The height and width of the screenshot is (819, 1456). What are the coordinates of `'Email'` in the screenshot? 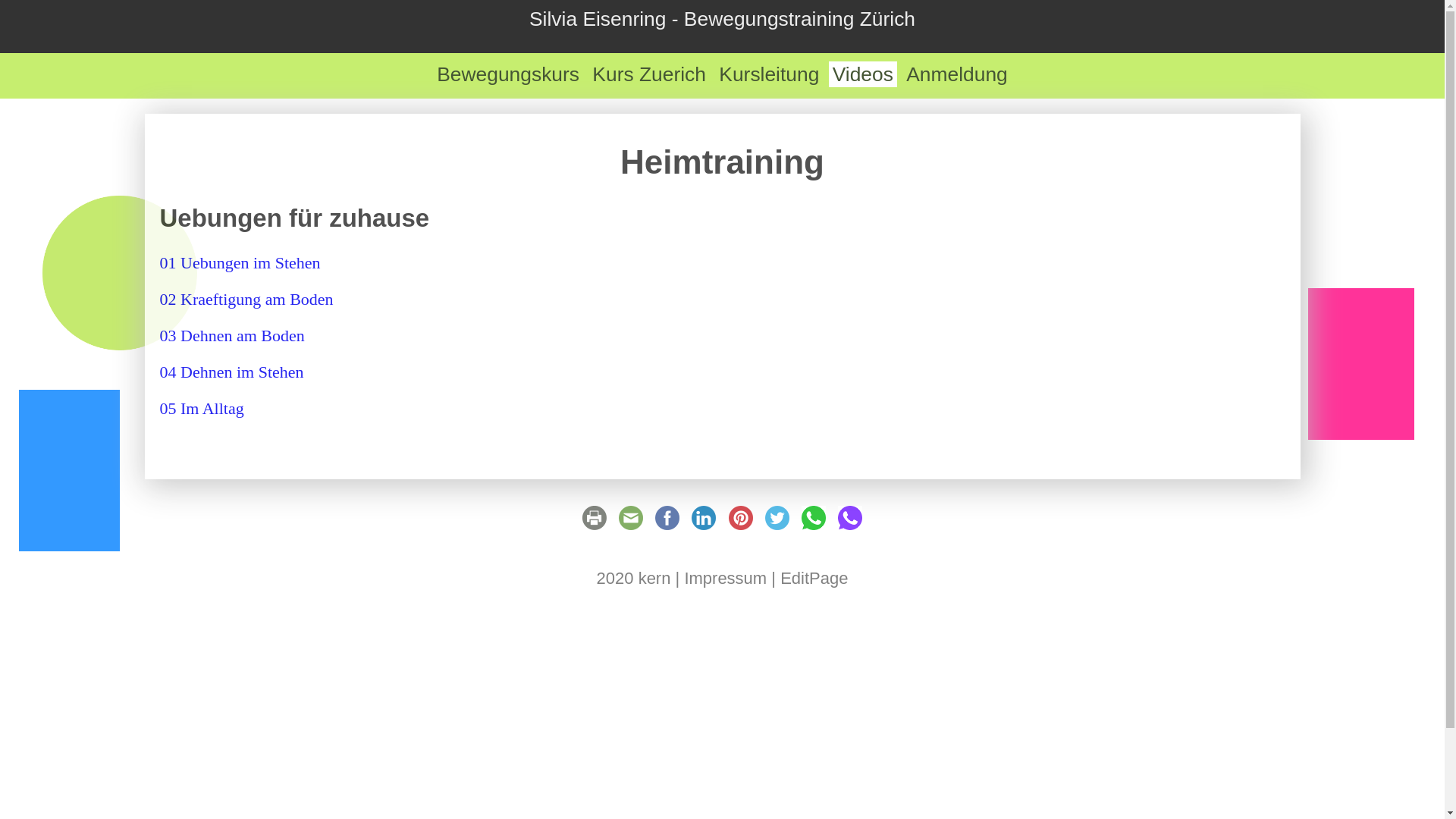 It's located at (630, 523).